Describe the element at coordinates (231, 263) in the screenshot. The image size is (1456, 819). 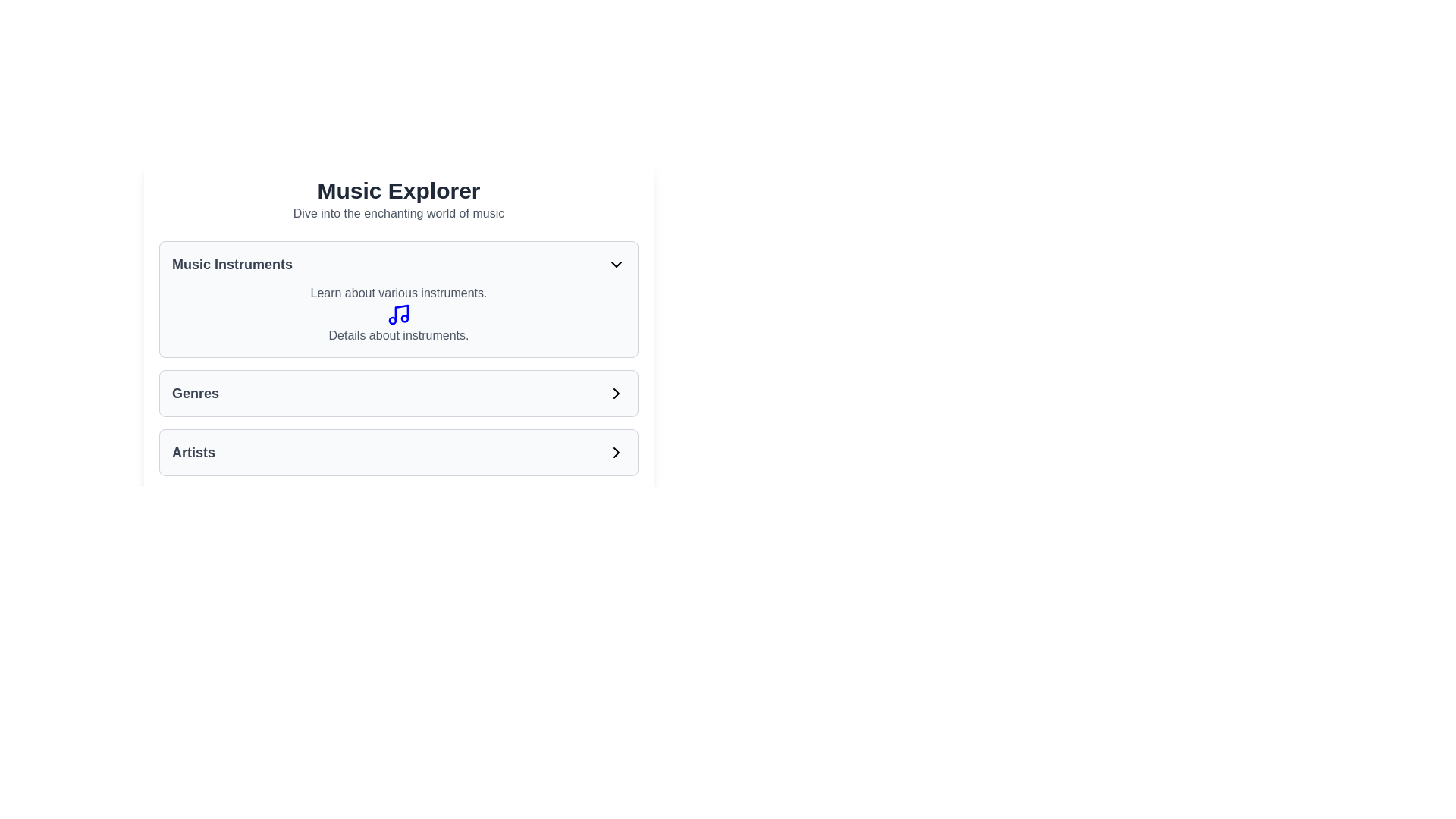
I see `the 'Music Instruments' text label, which is styled in bold gray text and serves as the title for the corresponding section` at that location.